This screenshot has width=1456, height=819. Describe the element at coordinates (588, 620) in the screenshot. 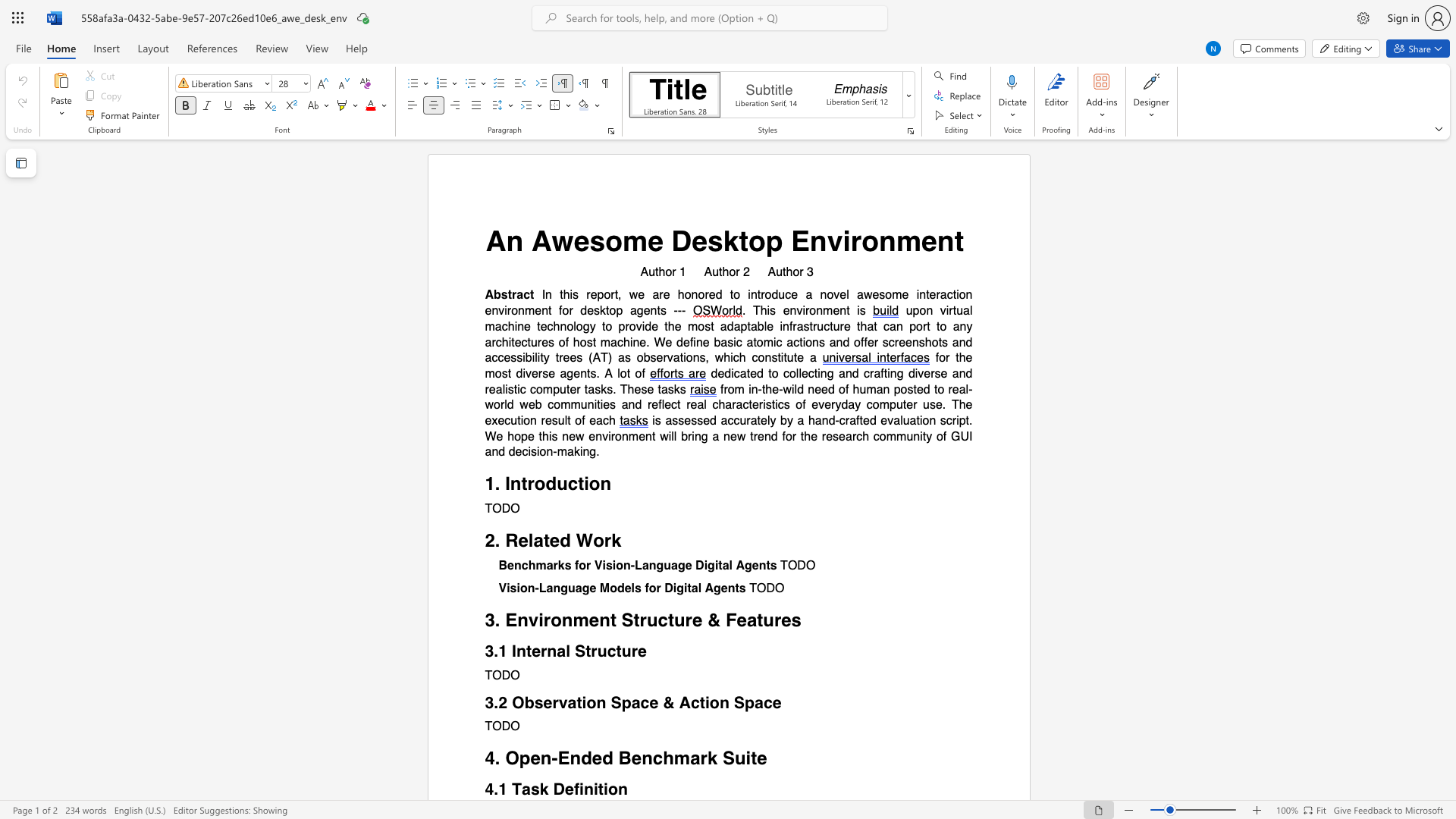

I see `the subset text "ent Stru" within the text "3. Environment Structure & Features"` at that location.